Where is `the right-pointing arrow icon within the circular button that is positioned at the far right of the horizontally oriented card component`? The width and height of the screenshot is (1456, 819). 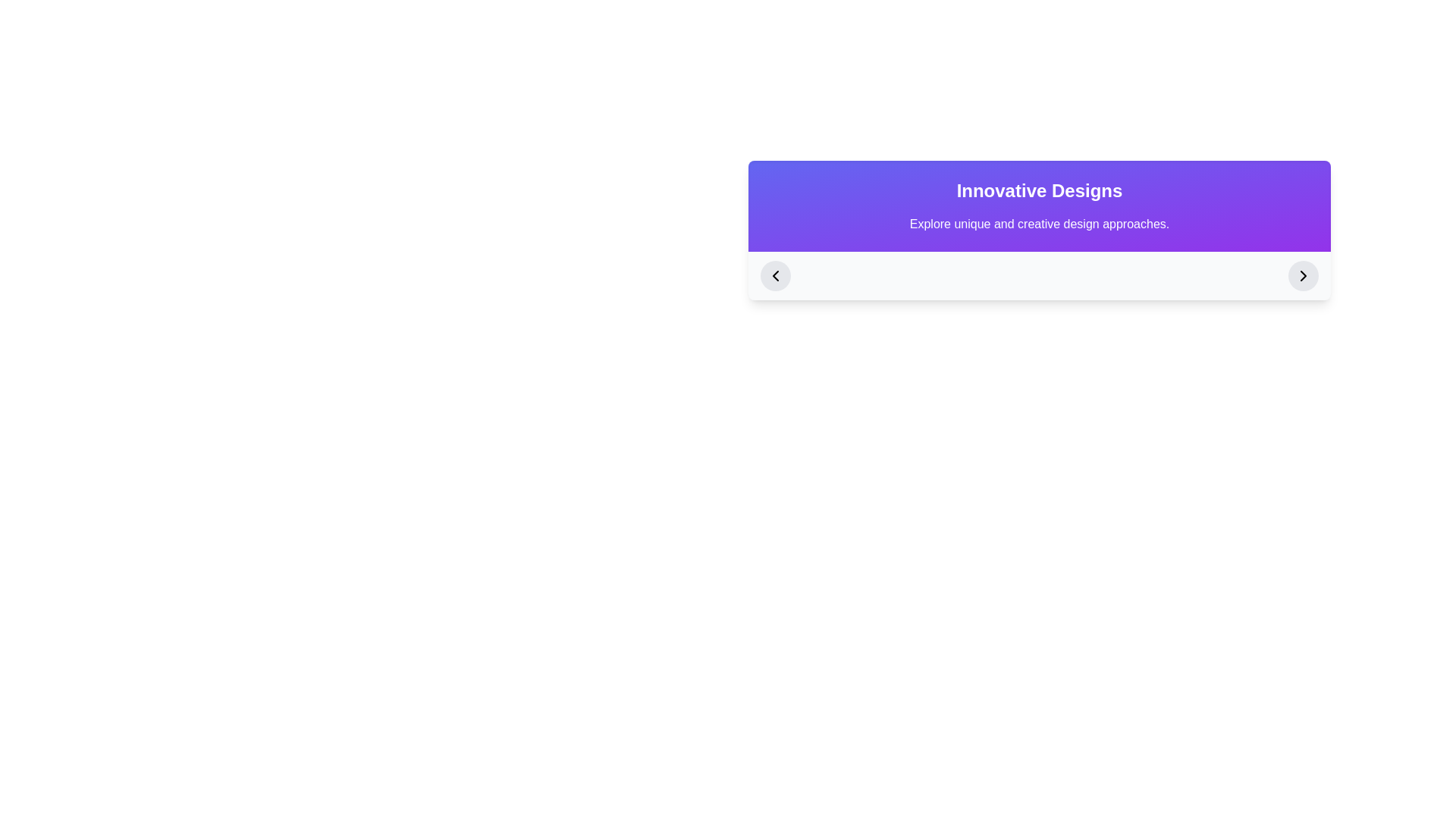
the right-pointing arrow icon within the circular button that is positioned at the far right of the horizontally oriented card component is located at coordinates (1302, 275).